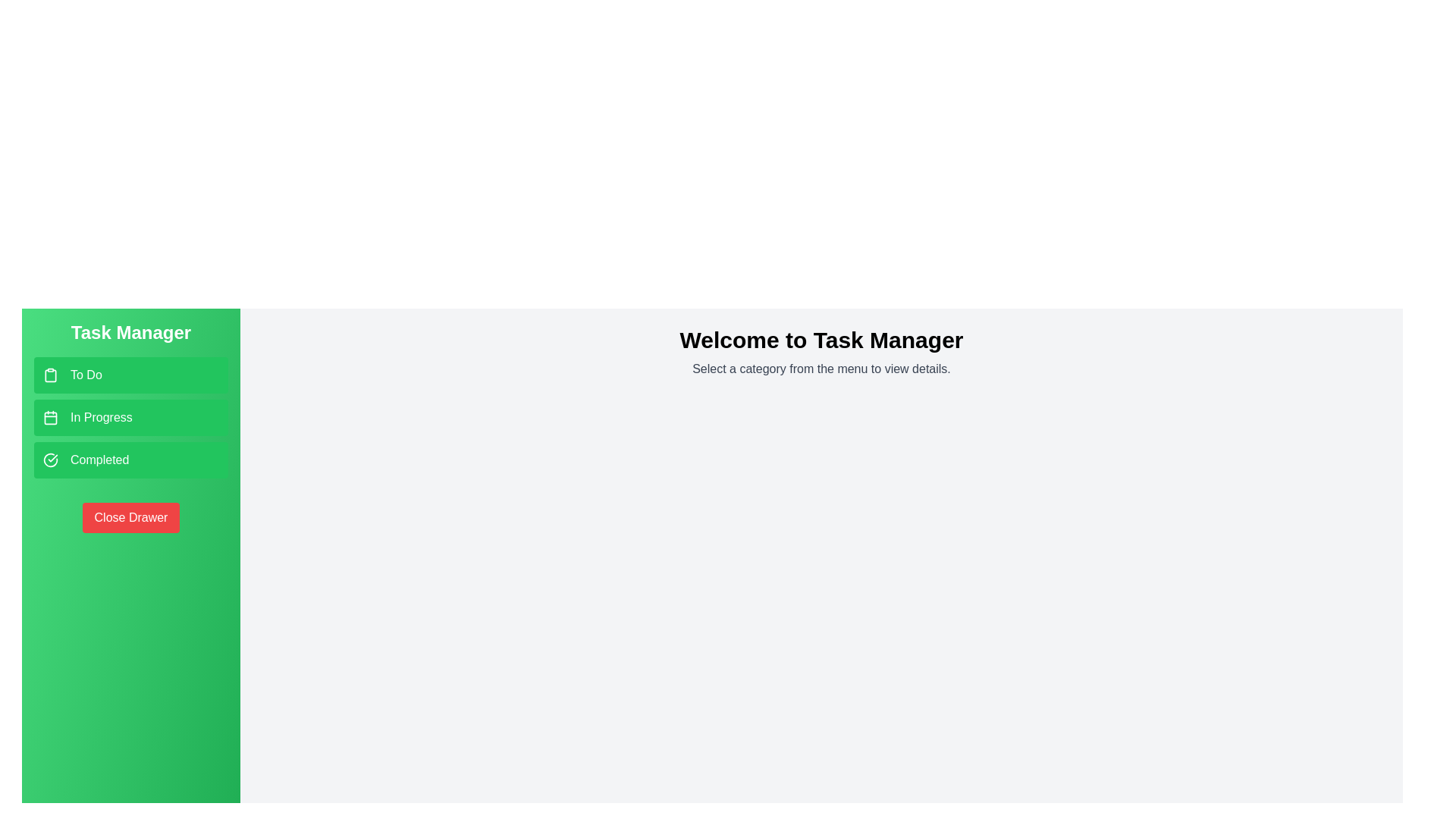 The width and height of the screenshot is (1456, 819). What do you see at coordinates (130, 516) in the screenshot?
I see `'Close Drawer' button to hide the menu` at bounding box center [130, 516].